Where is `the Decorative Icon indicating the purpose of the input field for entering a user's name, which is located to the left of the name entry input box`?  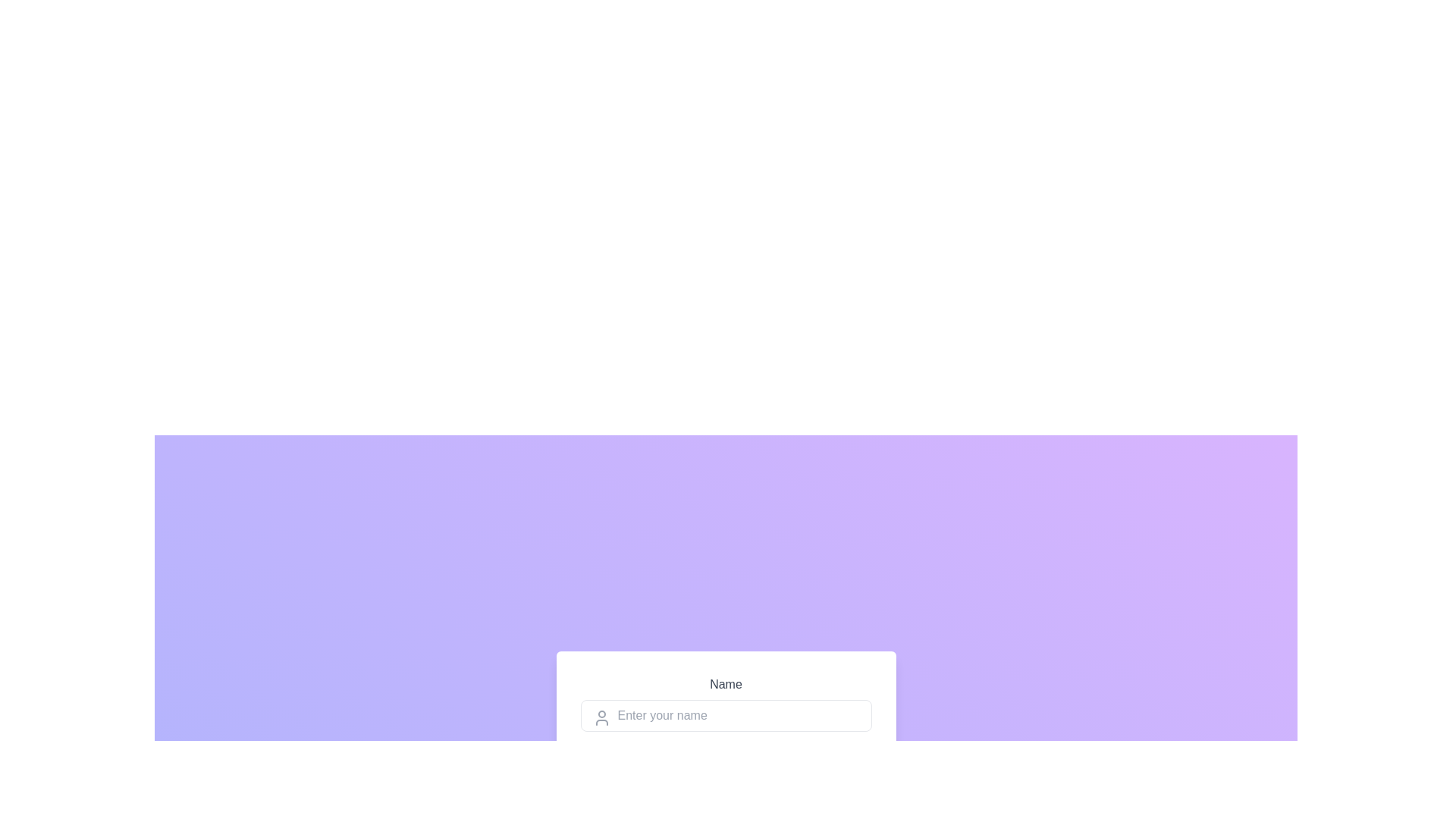 the Decorative Icon indicating the purpose of the input field for entering a user's name, which is located to the left of the name entry input box is located at coordinates (601, 717).